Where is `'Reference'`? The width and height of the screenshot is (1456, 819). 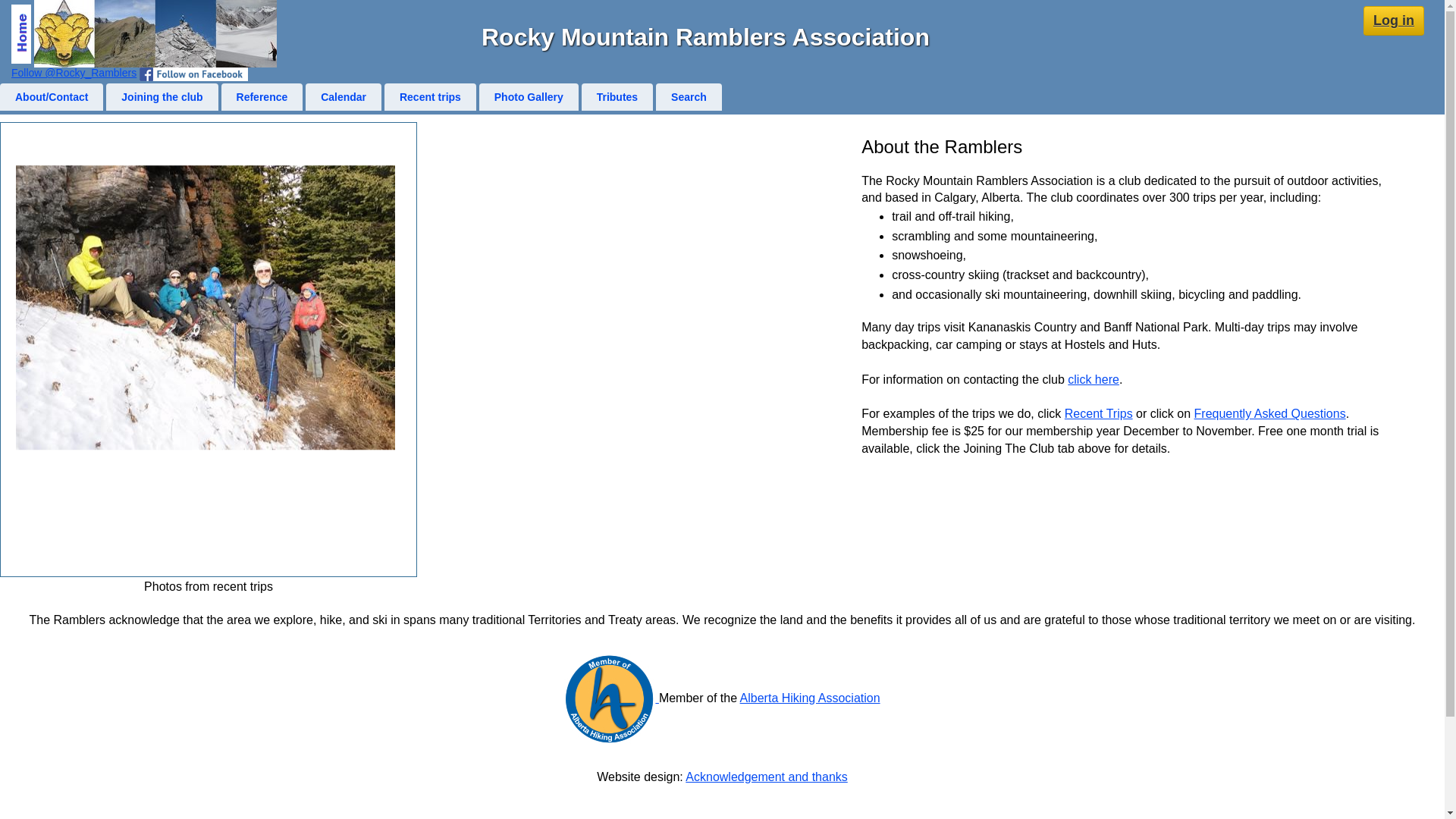 'Reference' is located at coordinates (221, 96).